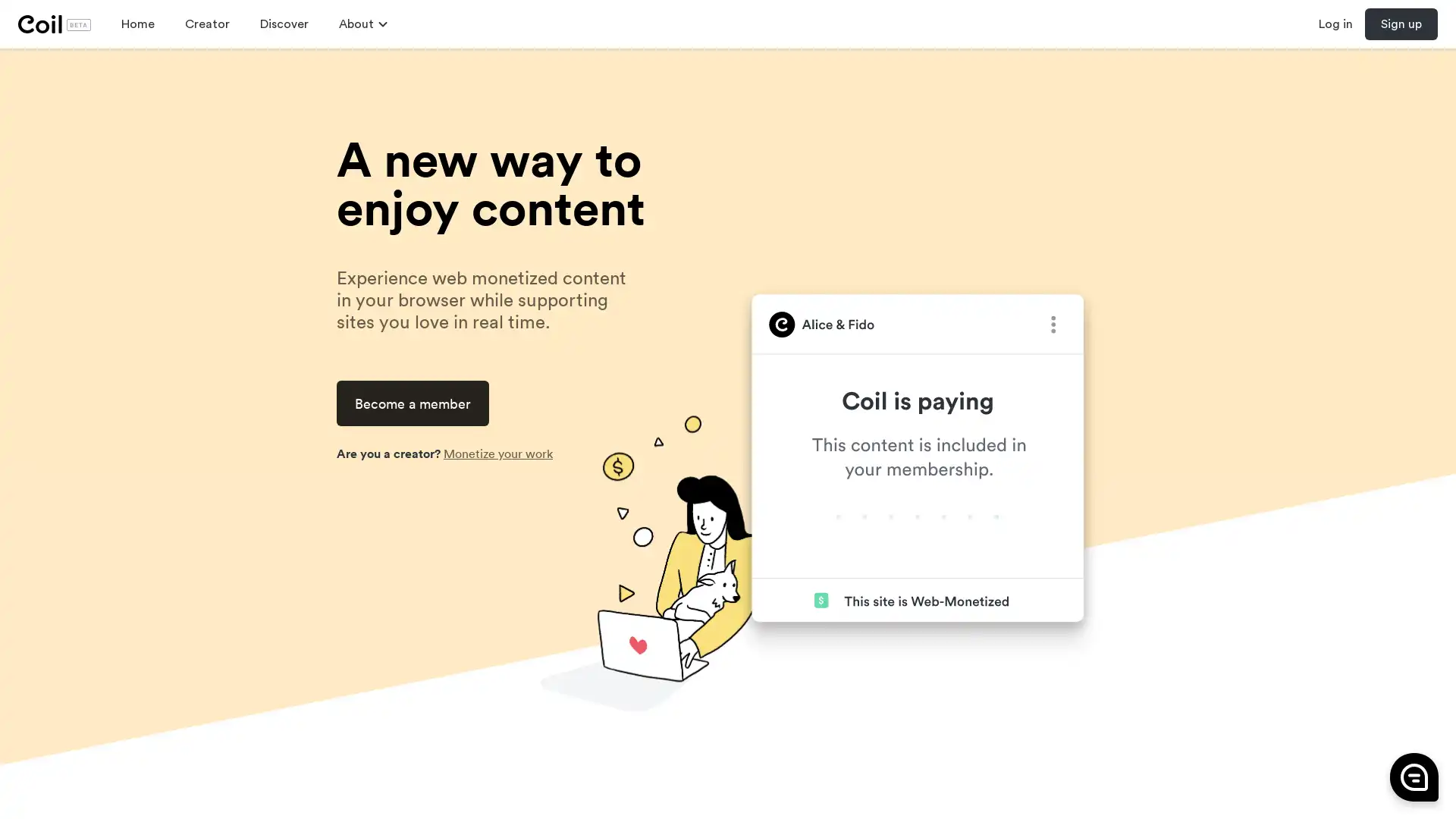  I want to click on Sign up, so click(1401, 24).